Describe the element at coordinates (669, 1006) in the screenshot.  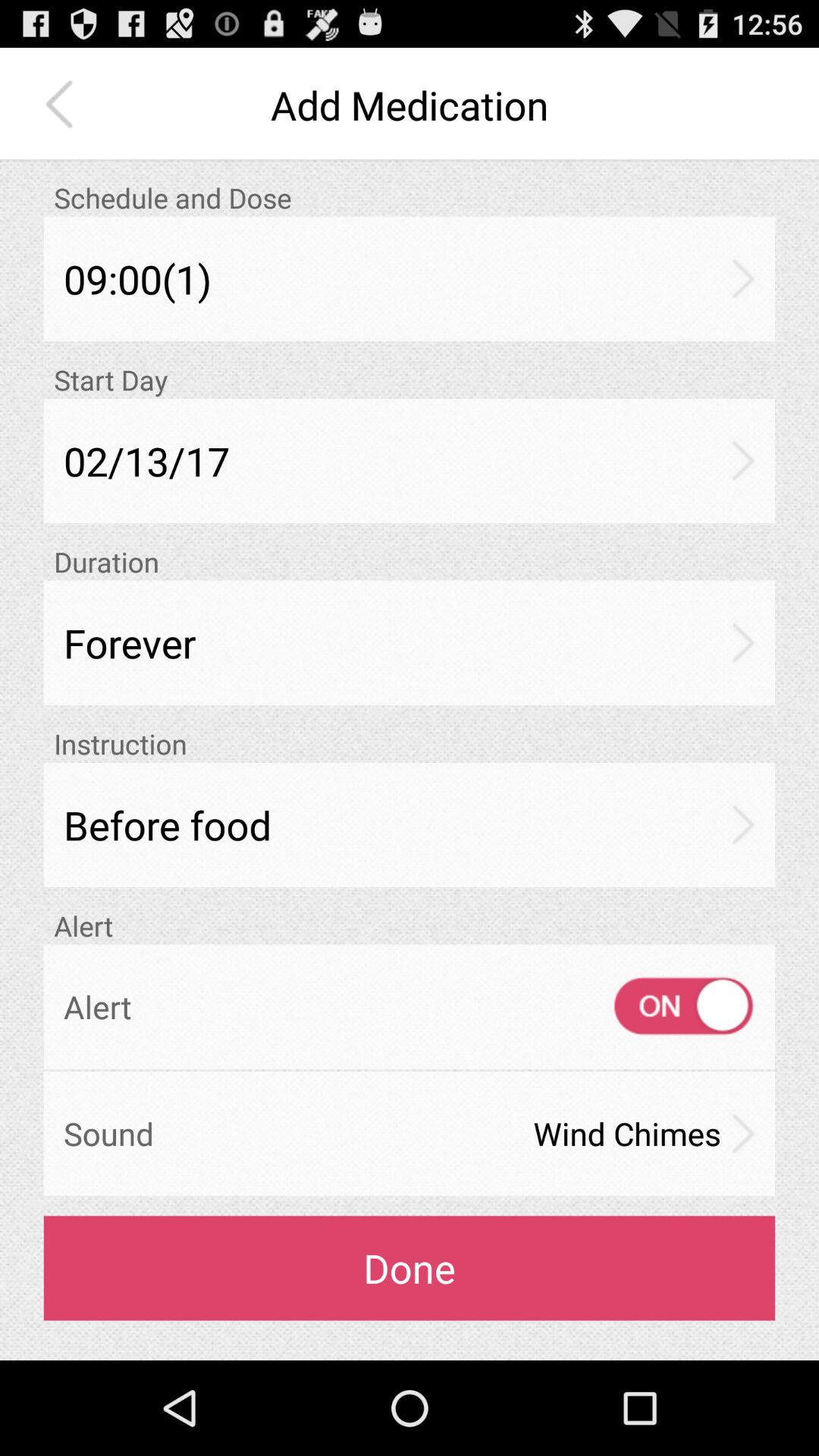
I see `app above the wind chimes` at that location.